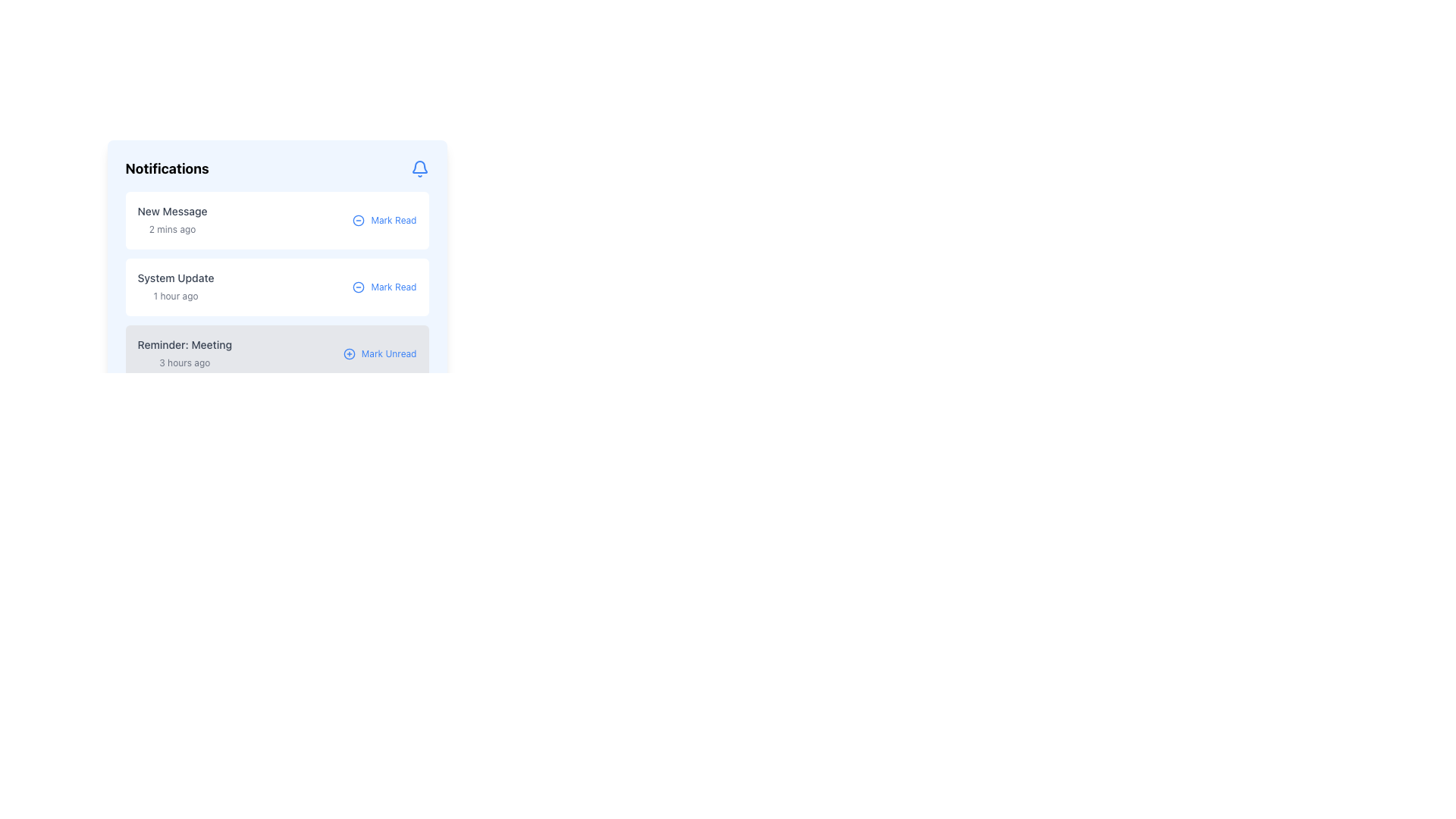  What do you see at coordinates (358, 287) in the screenshot?
I see `the visual representation of the Circular SVG element within the 'System Update' notification, which features a circle with a minus sign in the center` at bounding box center [358, 287].